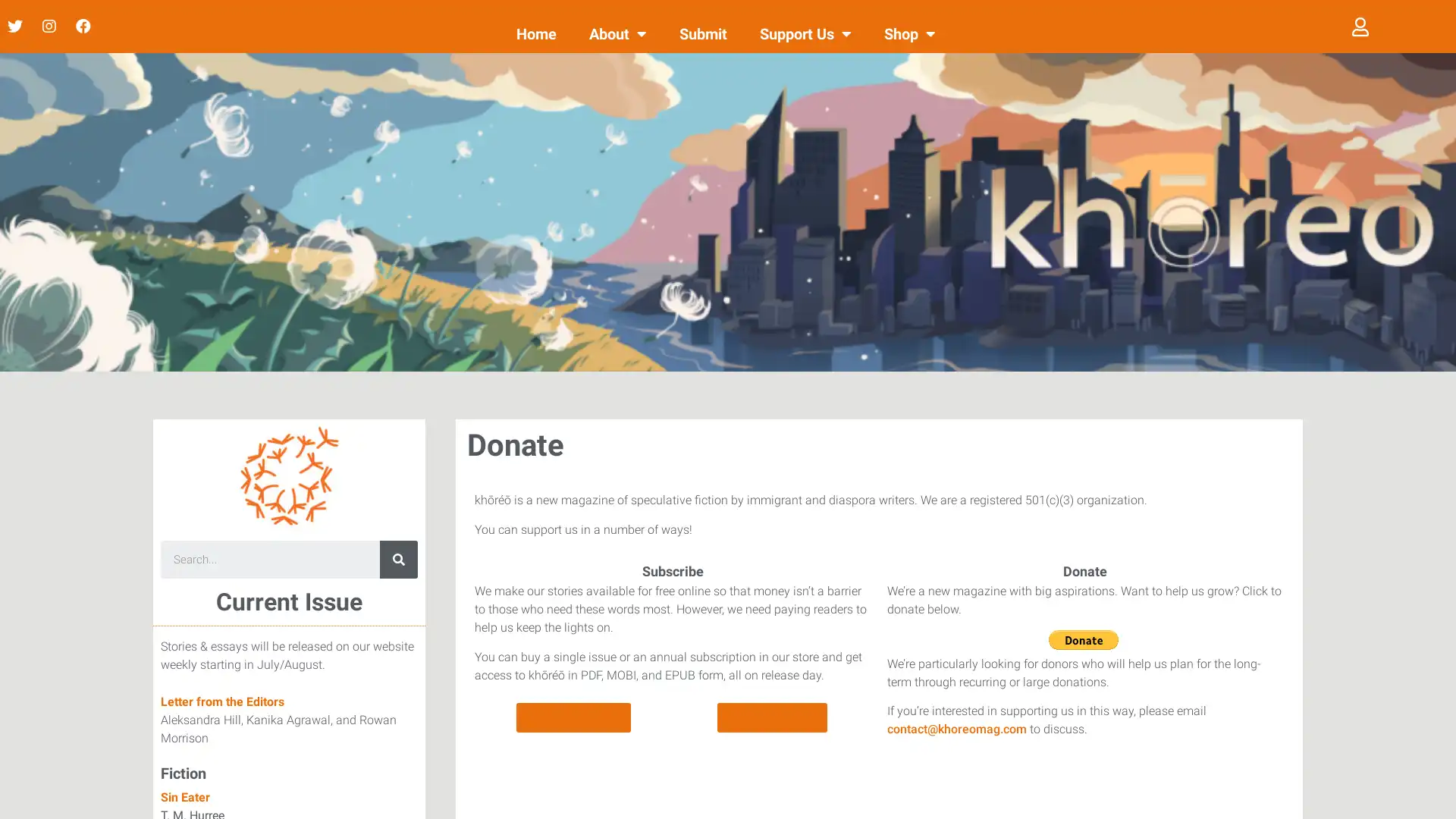 The height and width of the screenshot is (819, 1456). Describe the element at coordinates (399, 559) in the screenshot. I see `Search` at that location.